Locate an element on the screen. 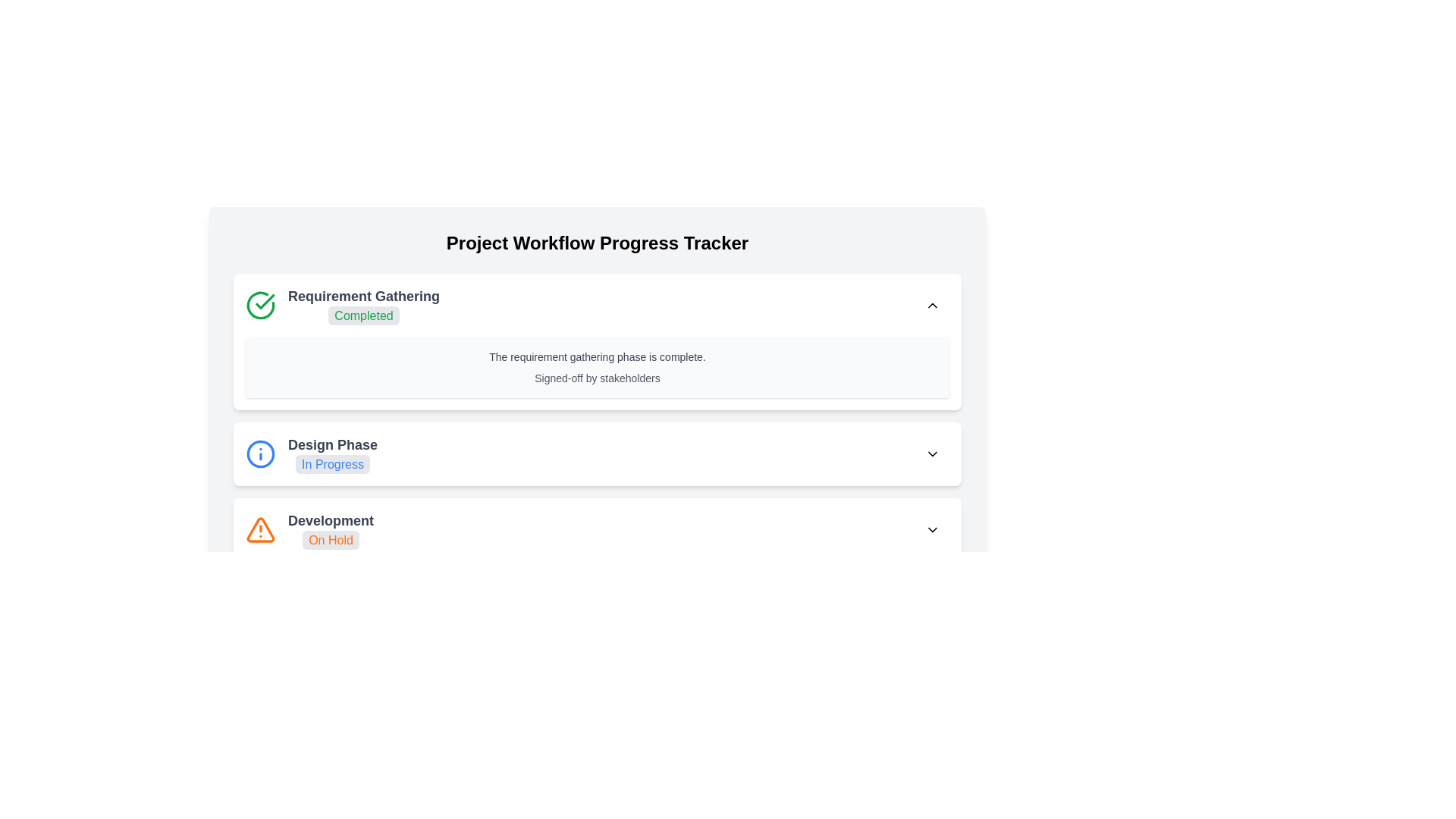  the equilateral triangle-shaped icon with an orange border and an exclamation mark, located to the left of the 'Development' text in the 'Project Workflow Progress Tracker' is located at coordinates (261, 529).